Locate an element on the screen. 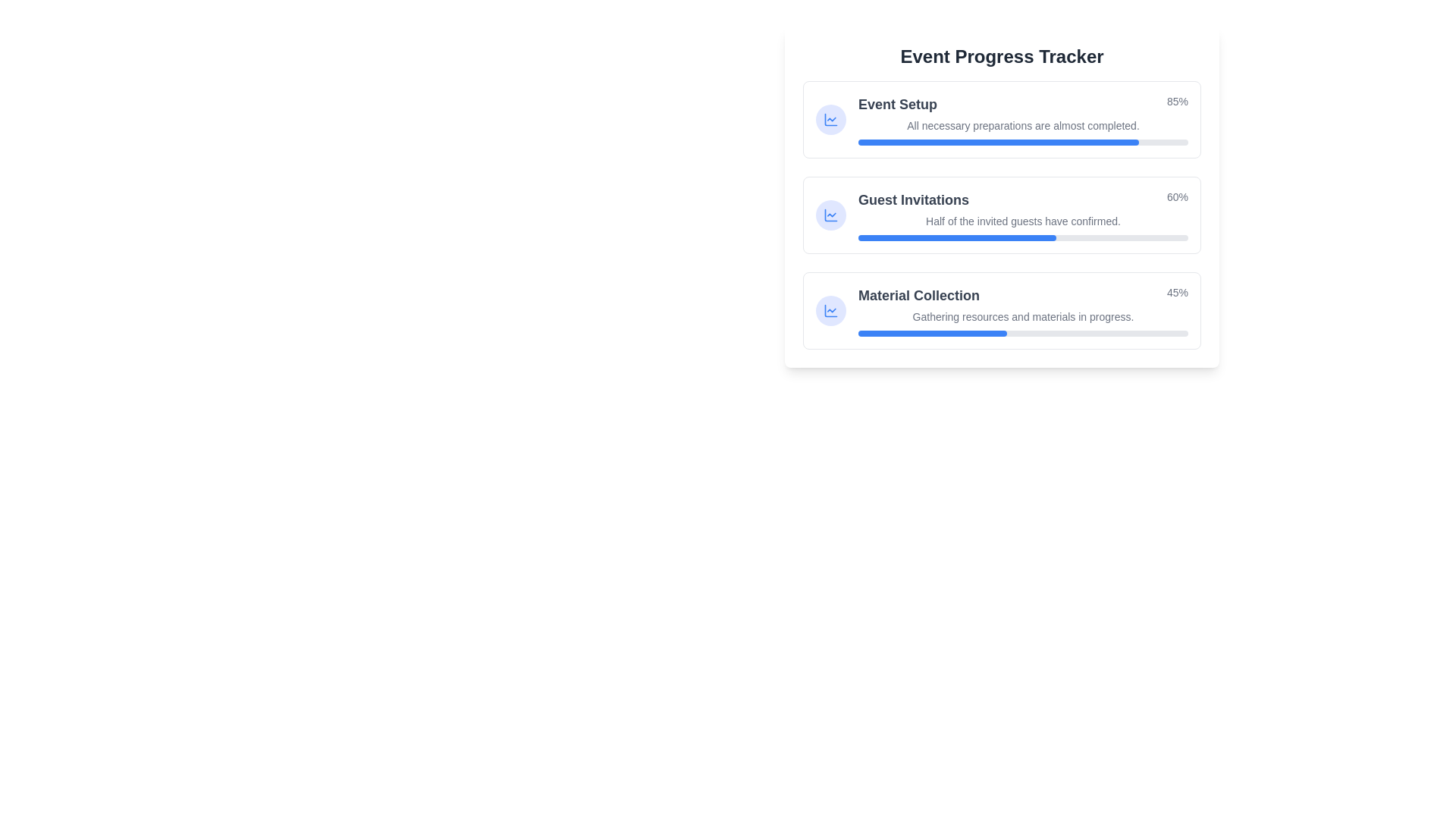 Image resolution: width=1456 pixels, height=819 pixels. the horizontal blue progress bar with rounded ends located in the 'Event Setup' section, positioned under the event description is located at coordinates (998, 143).